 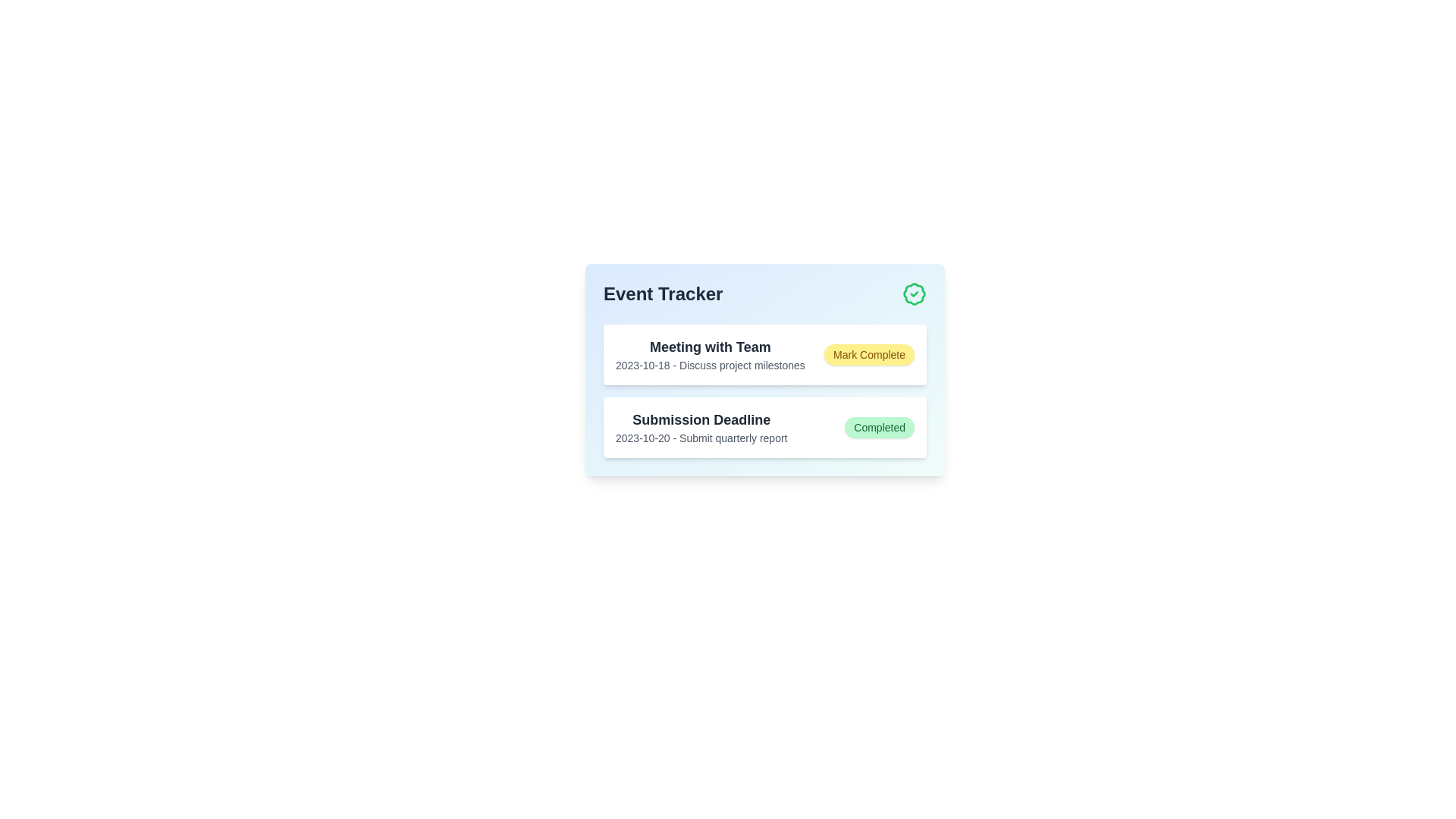 What do you see at coordinates (913, 294) in the screenshot?
I see `the circular SVG element with a check mark located at the top-right corner of the 'Event Tracker' card` at bounding box center [913, 294].